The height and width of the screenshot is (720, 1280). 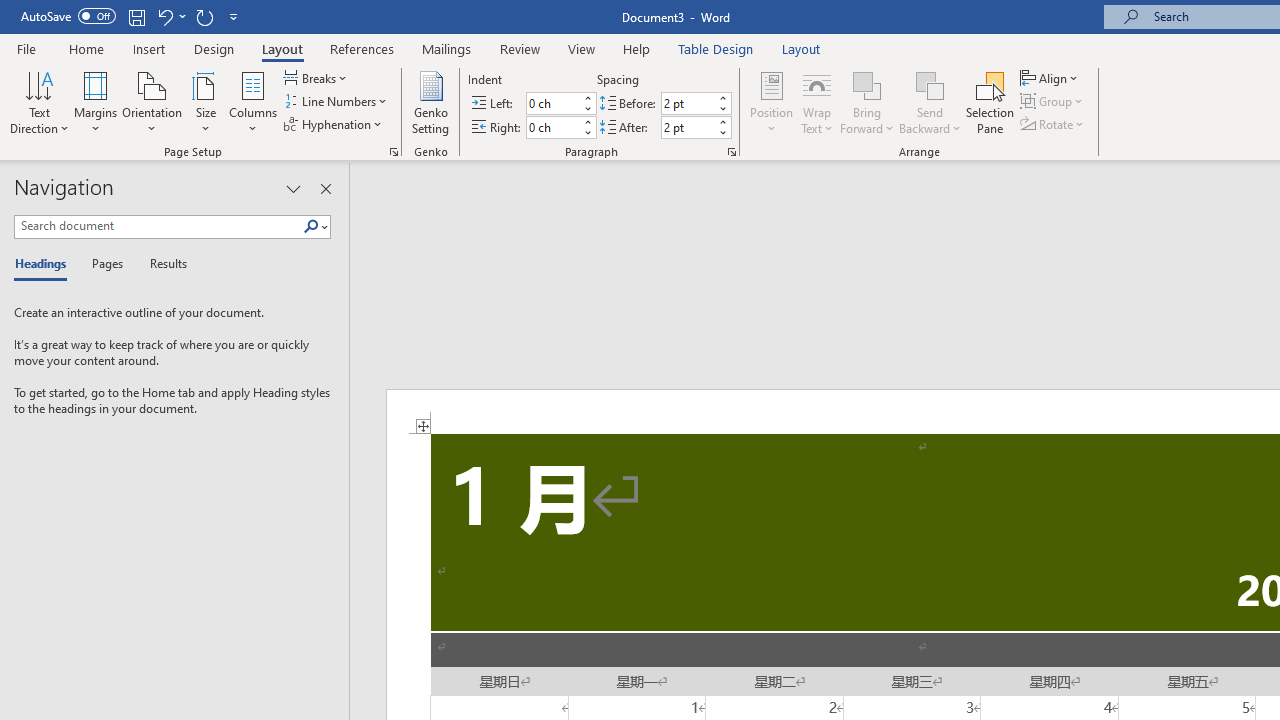 I want to click on 'Align', so click(x=1050, y=77).